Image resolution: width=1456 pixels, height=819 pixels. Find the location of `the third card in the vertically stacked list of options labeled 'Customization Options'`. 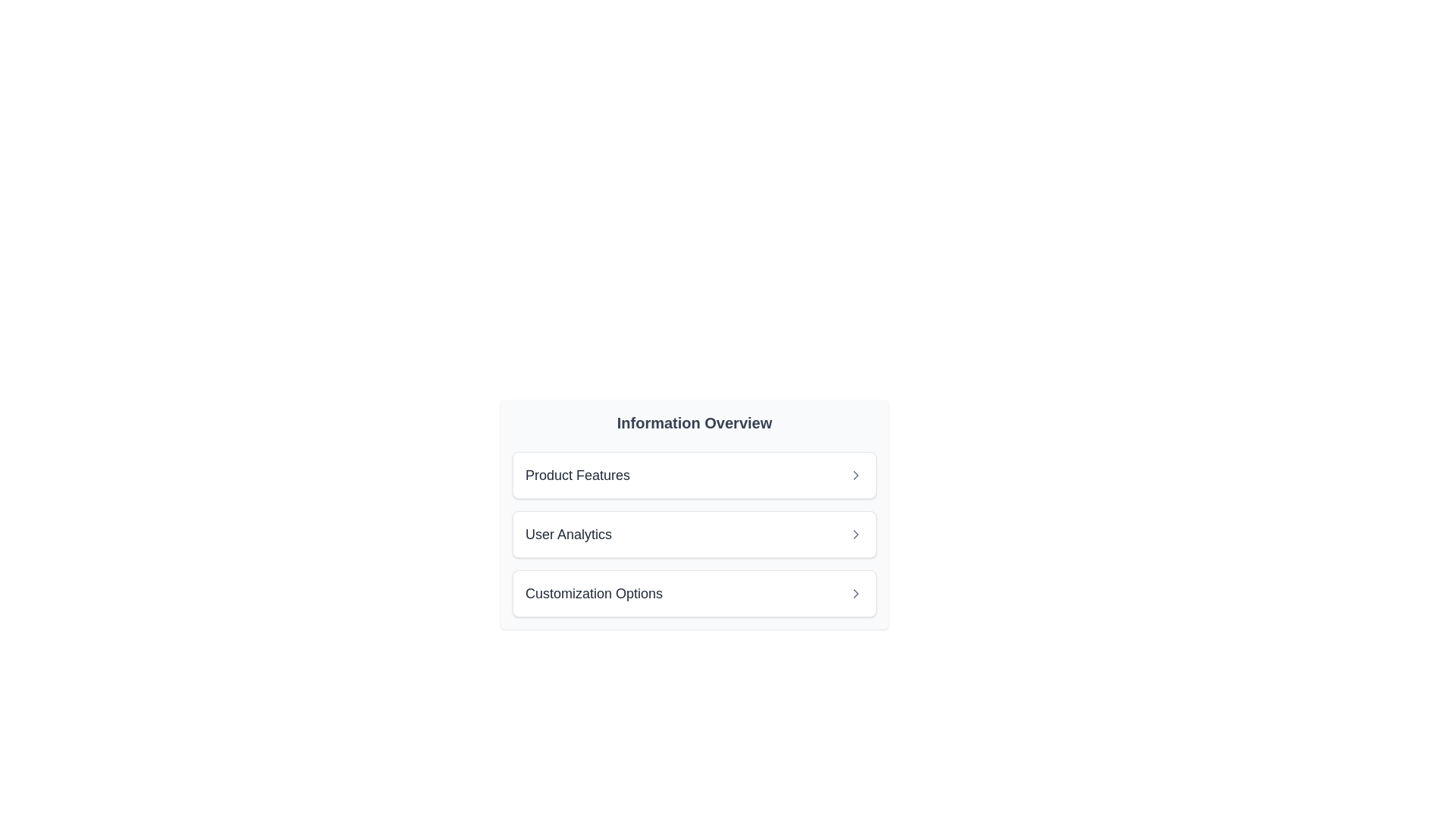

the third card in the vertically stacked list of options labeled 'Customization Options' is located at coordinates (694, 593).